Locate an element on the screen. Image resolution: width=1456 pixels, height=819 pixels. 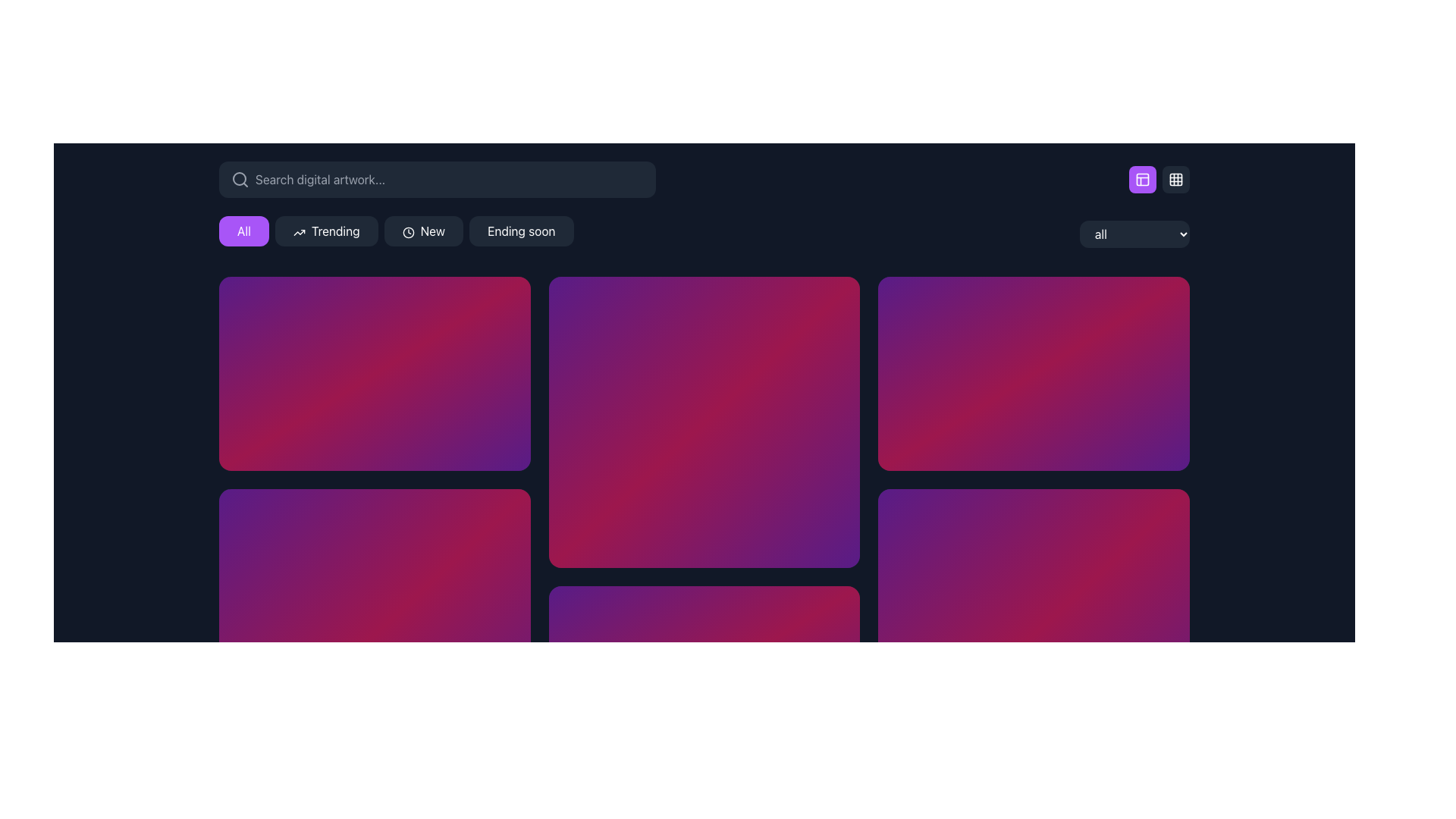
the zoom-in button located at the top-right corner of the grid section, which has a slightly transparent dark background and rounded edges is located at coordinates (504, 302).